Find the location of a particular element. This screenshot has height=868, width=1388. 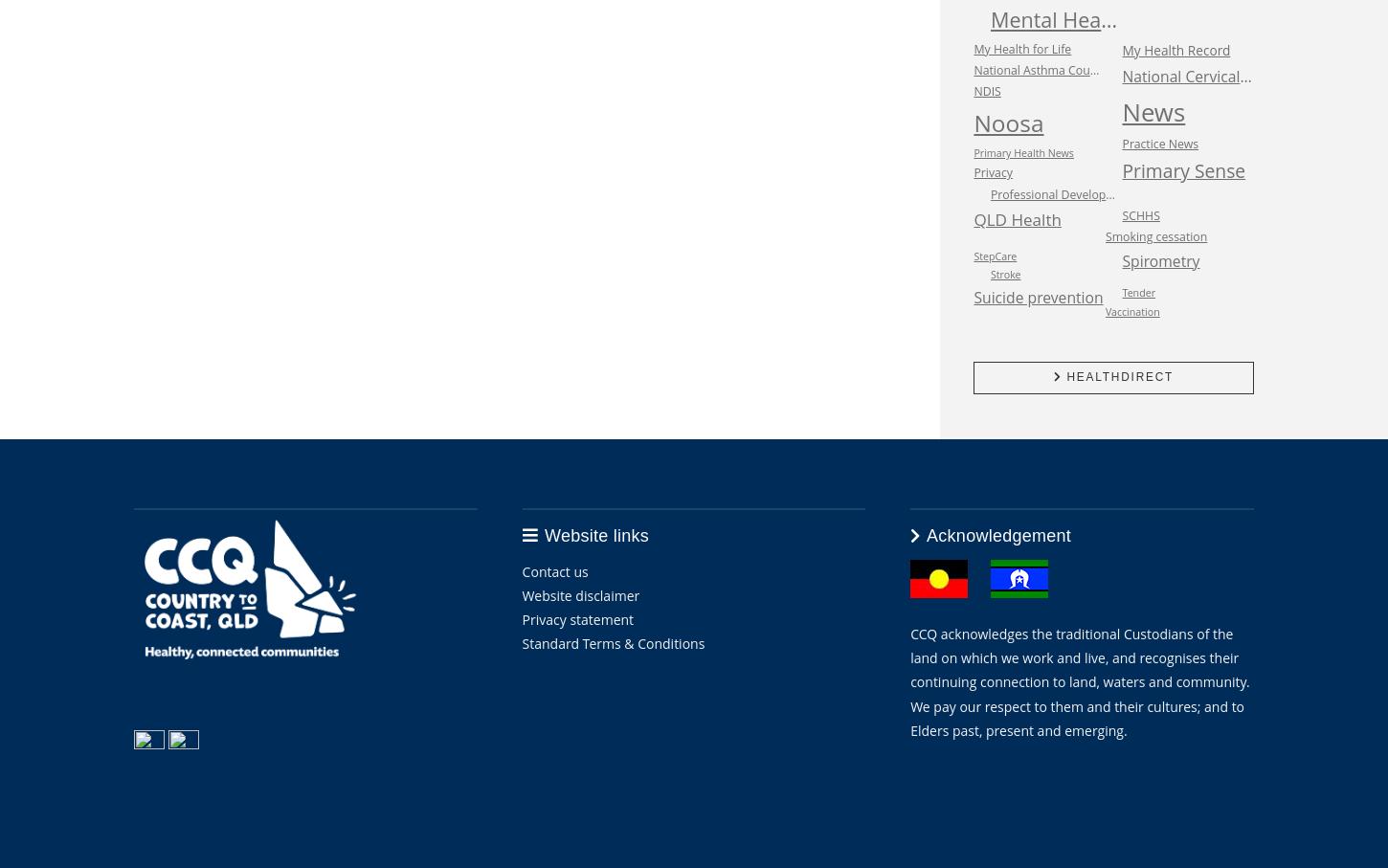

'Noosa' is located at coordinates (1008, 122).